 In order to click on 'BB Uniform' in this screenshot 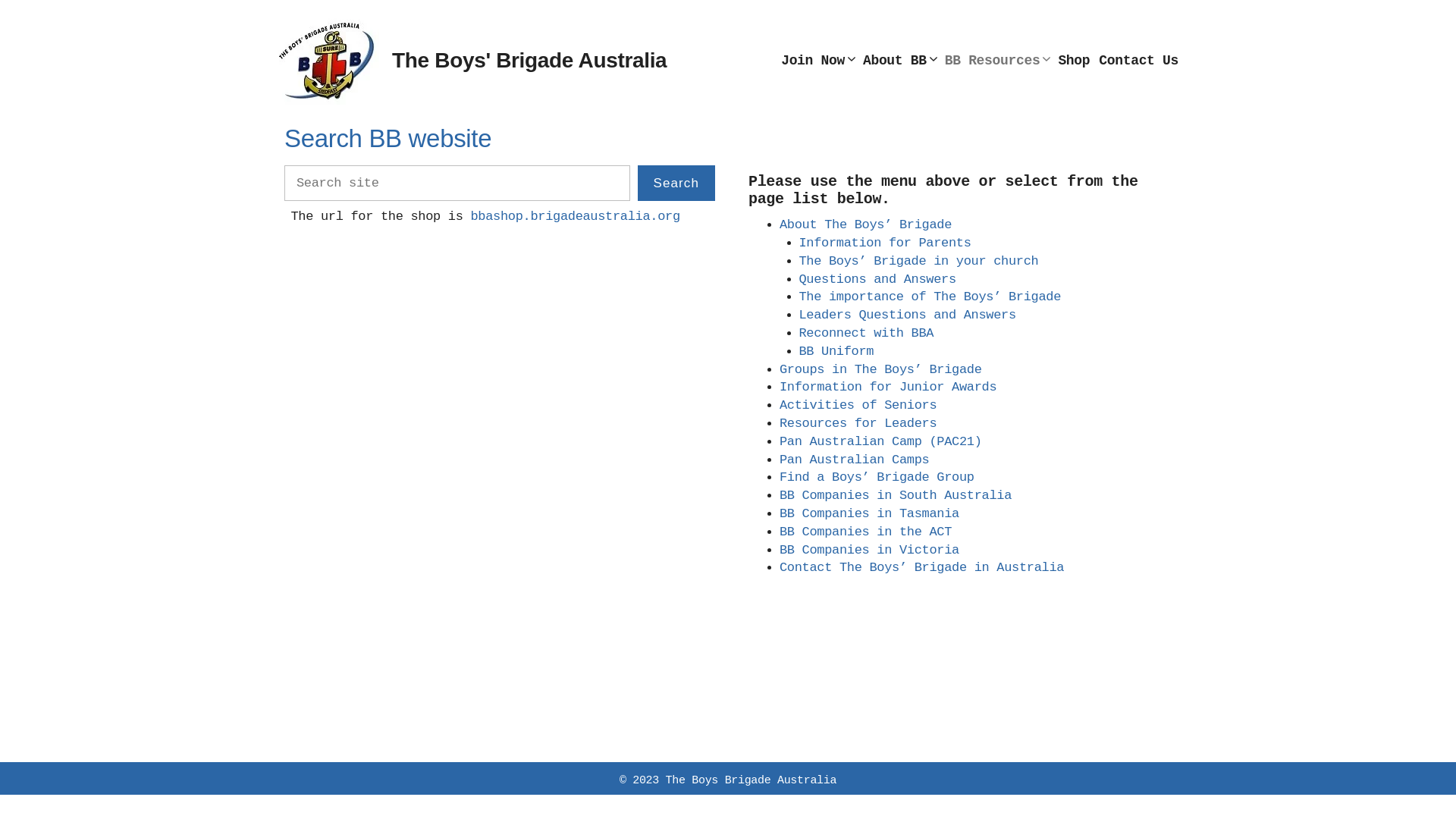, I will do `click(836, 351)`.